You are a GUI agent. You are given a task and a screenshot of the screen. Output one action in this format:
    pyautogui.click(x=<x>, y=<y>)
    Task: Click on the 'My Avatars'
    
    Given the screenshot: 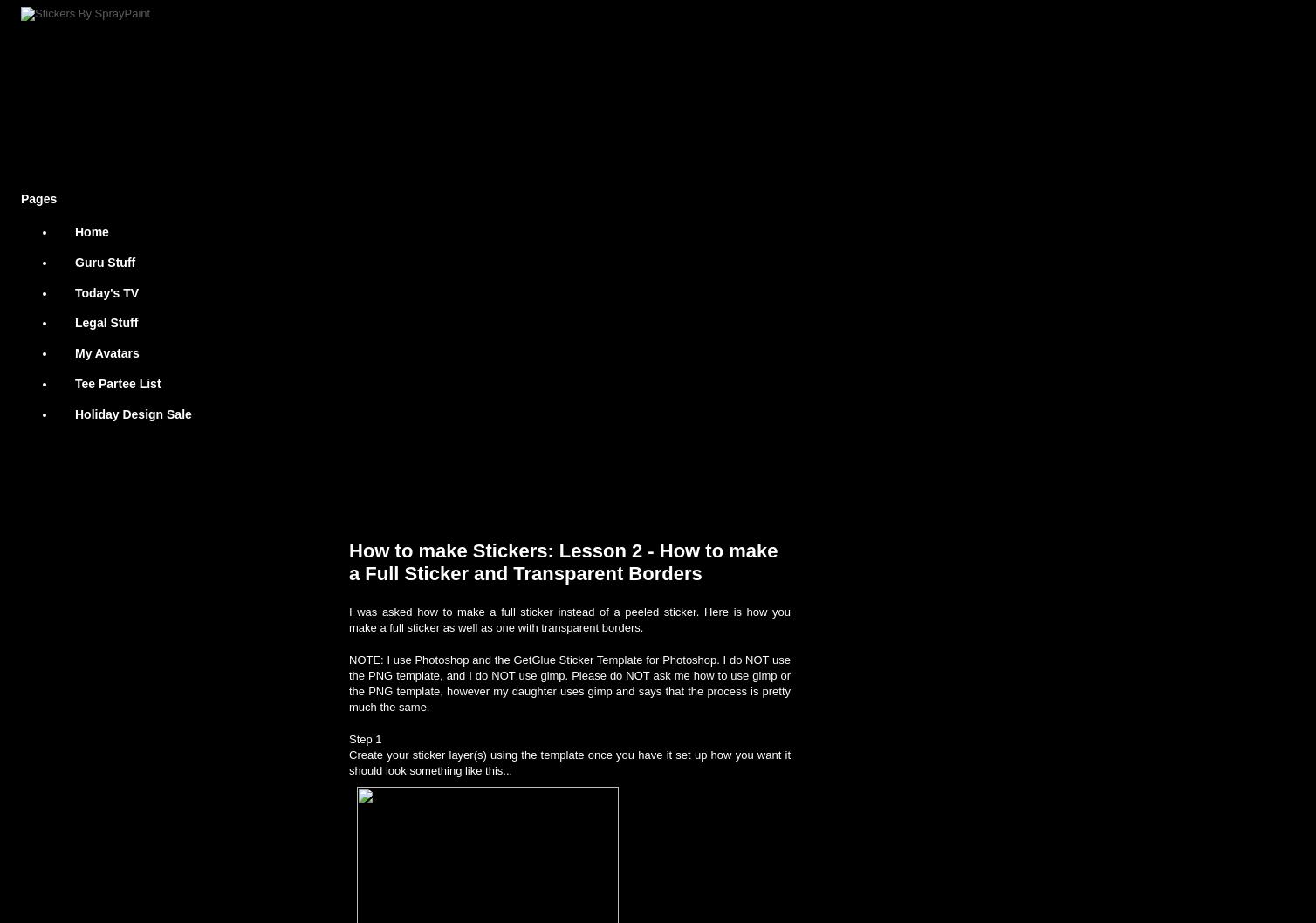 What is the action you would take?
    pyautogui.click(x=106, y=353)
    